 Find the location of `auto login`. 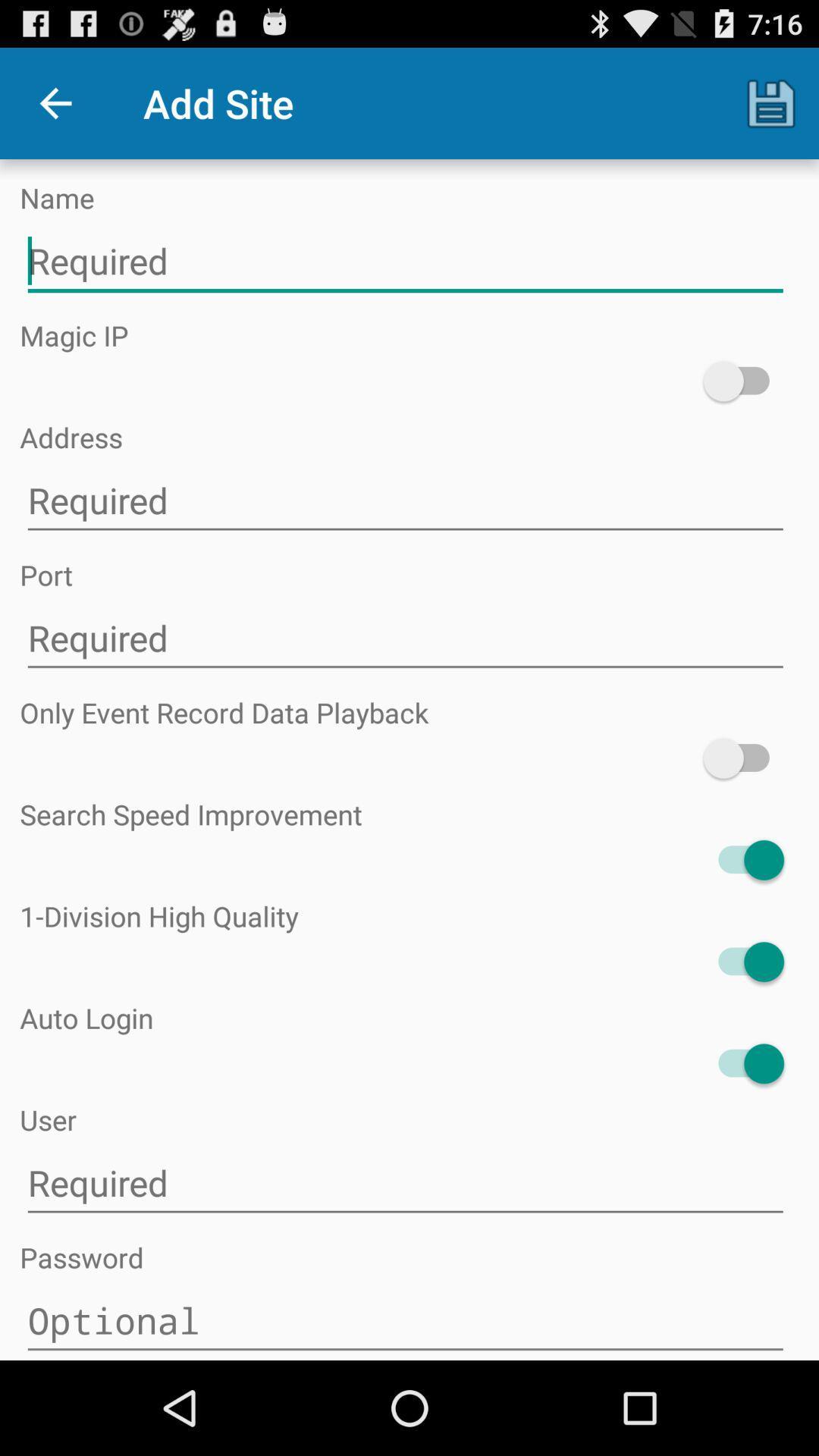

auto login is located at coordinates (742, 1062).